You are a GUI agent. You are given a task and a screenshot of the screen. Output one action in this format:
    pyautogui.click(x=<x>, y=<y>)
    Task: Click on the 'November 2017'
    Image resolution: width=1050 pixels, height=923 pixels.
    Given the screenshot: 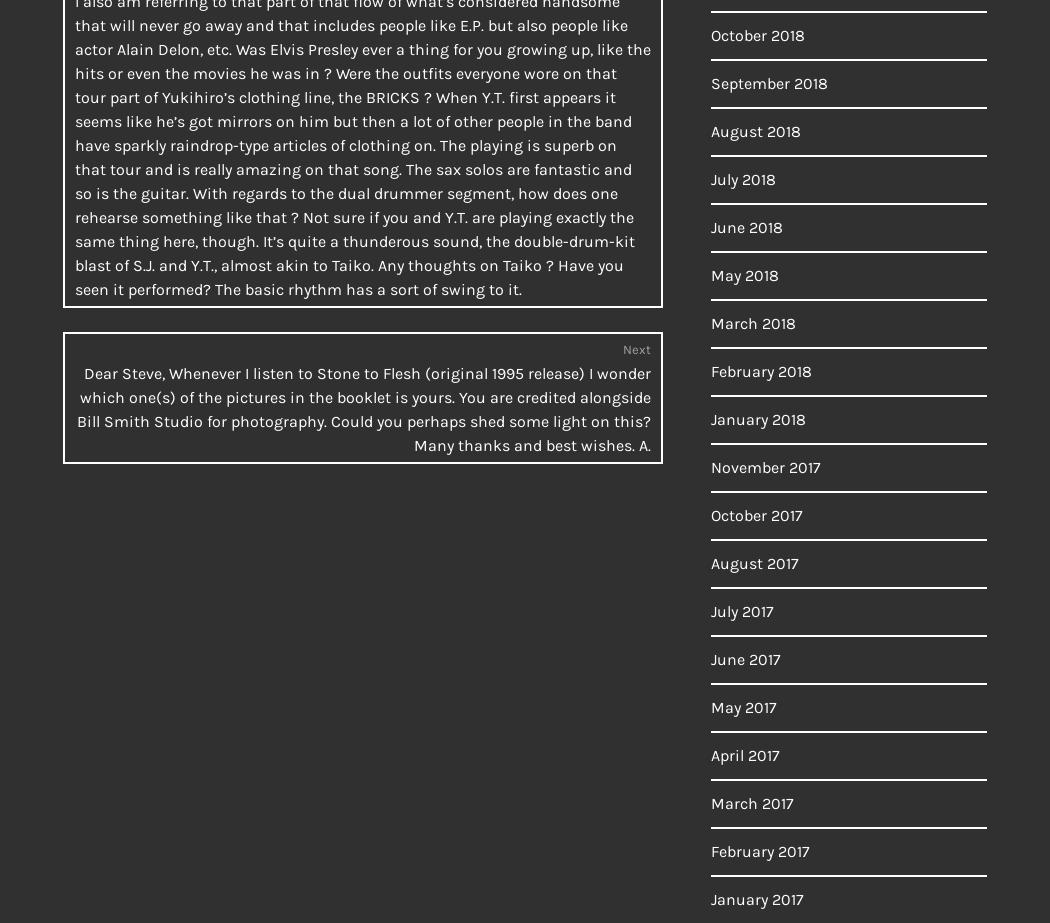 What is the action you would take?
    pyautogui.click(x=710, y=466)
    